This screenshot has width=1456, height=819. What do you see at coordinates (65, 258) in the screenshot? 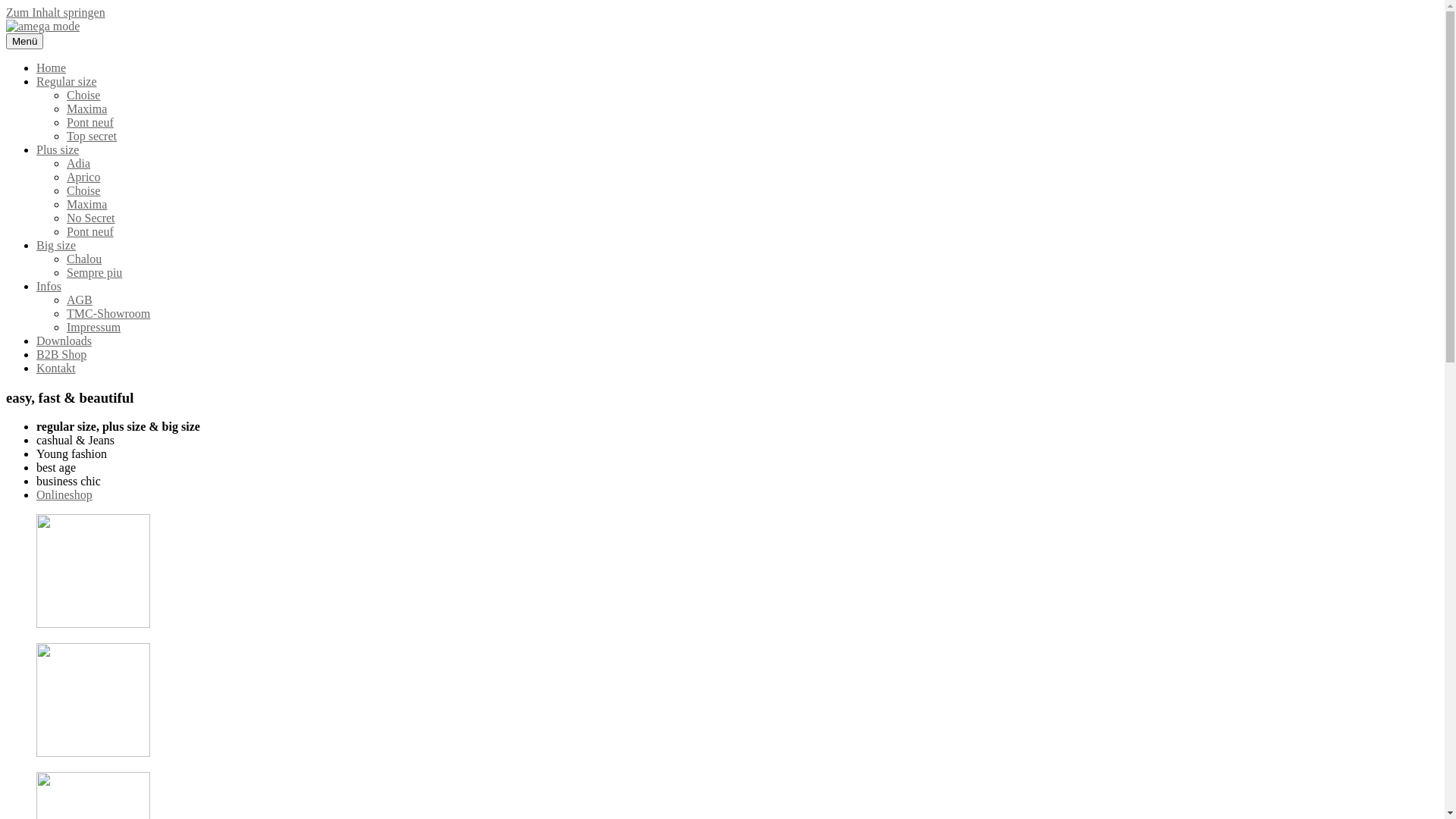
I see `'Chalou'` at bounding box center [65, 258].